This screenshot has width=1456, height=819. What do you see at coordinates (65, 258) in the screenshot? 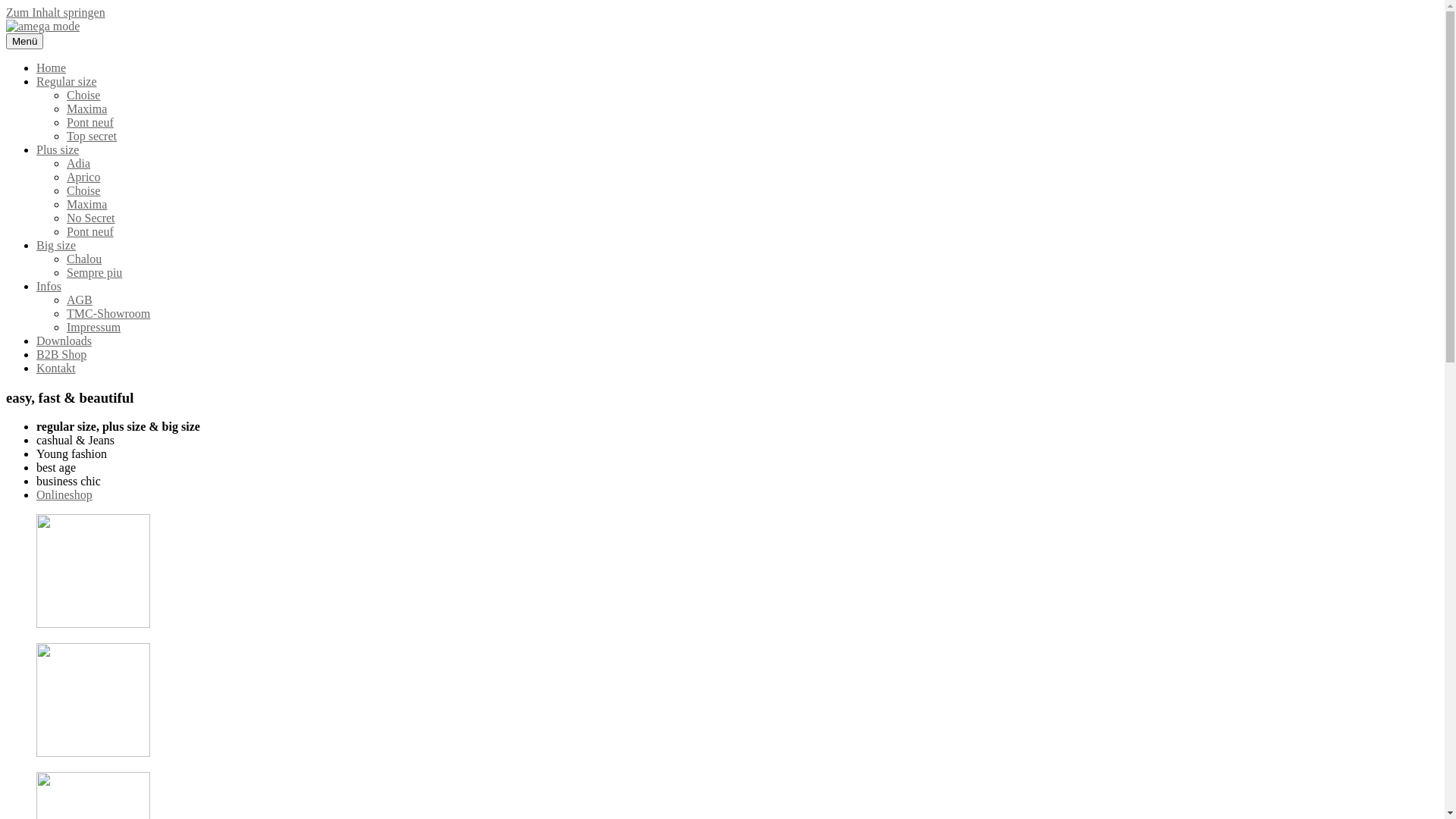
I see `'Chalou'` at bounding box center [65, 258].